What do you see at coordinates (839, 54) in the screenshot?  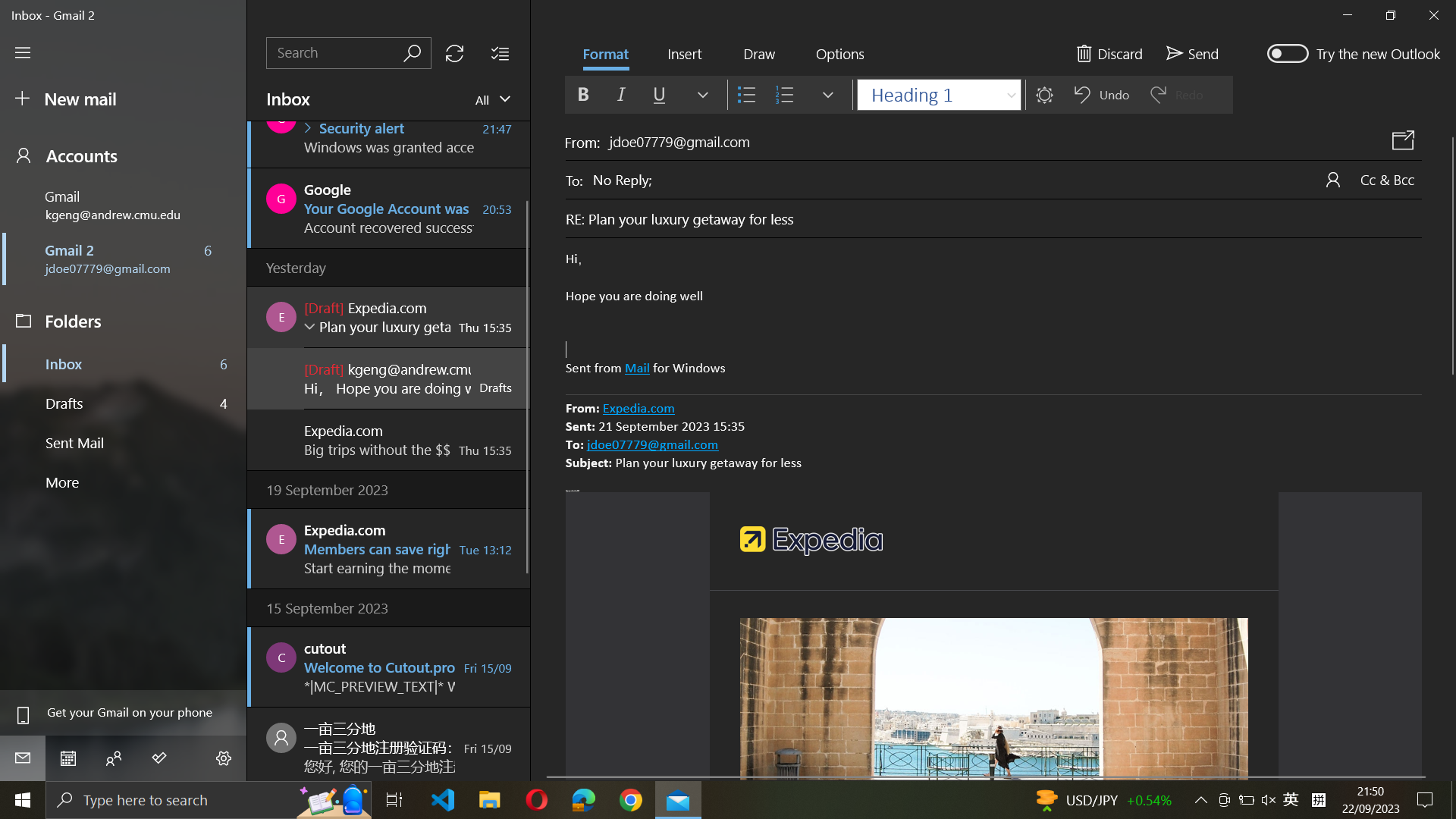 I see `1st option from Options` at bounding box center [839, 54].